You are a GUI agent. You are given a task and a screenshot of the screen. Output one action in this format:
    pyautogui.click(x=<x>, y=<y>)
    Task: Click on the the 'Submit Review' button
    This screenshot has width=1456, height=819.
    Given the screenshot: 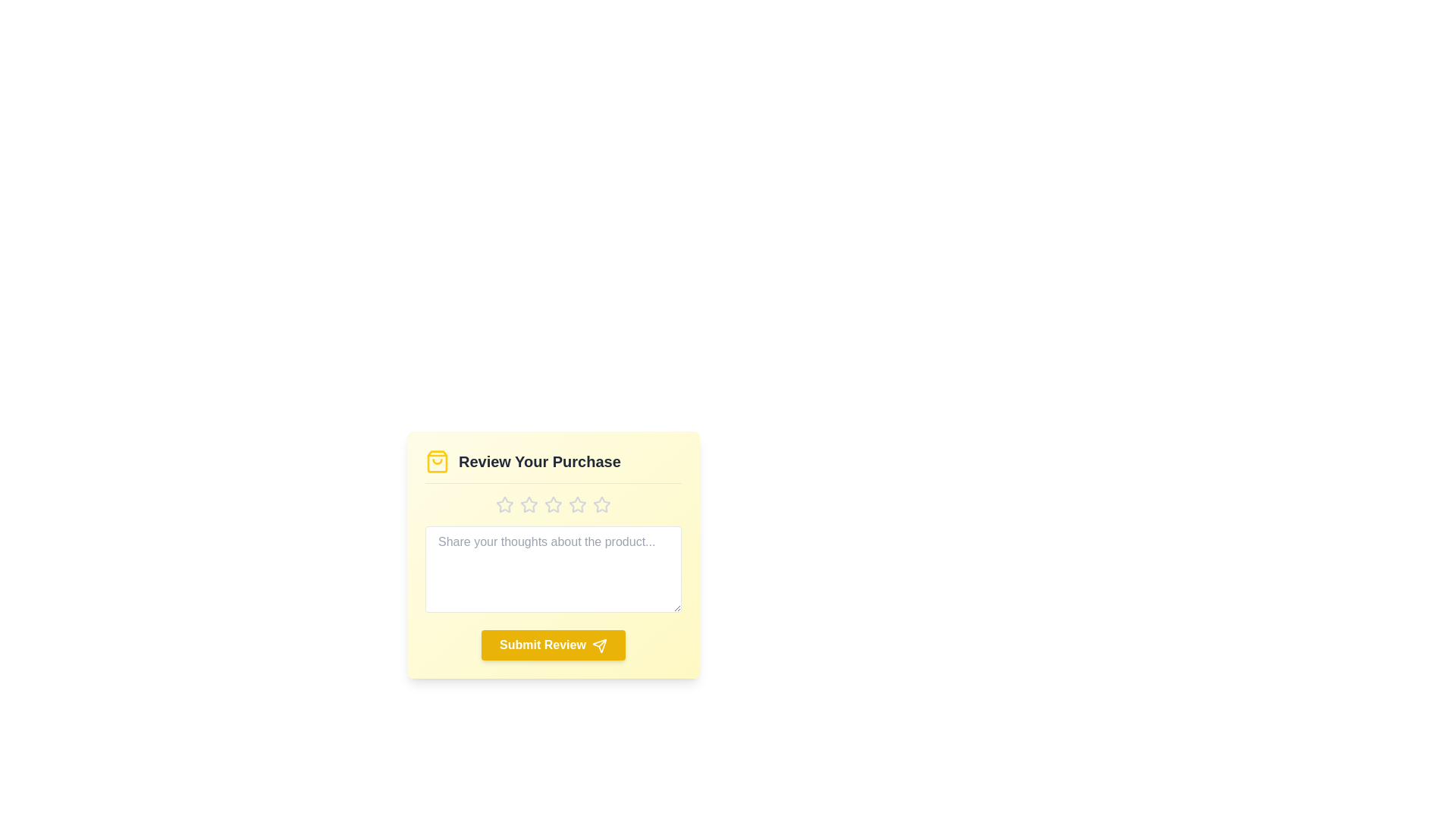 What is the action you would take?
    pyautogui.click(x=552, y=645)
    